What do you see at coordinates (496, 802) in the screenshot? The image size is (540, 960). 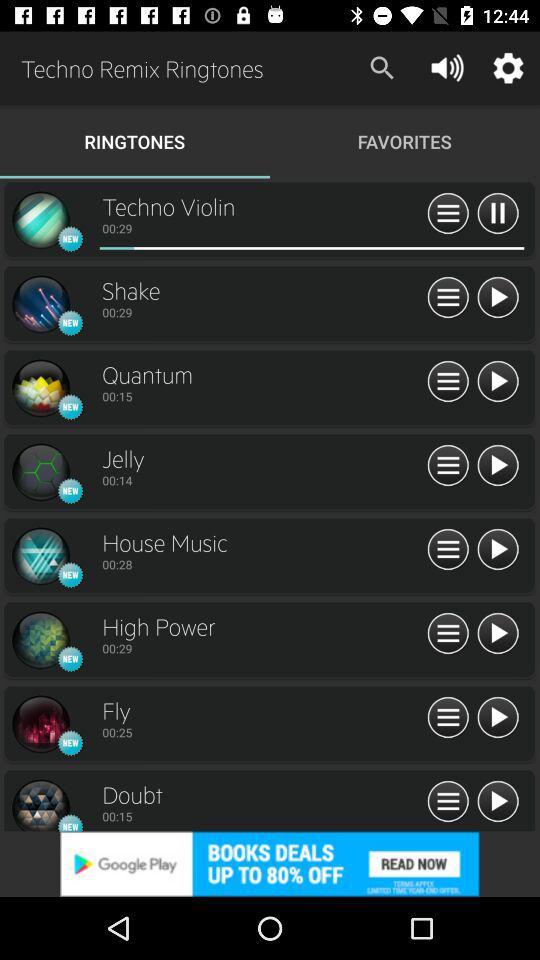 I see `play` at bounding box center [496, 802].